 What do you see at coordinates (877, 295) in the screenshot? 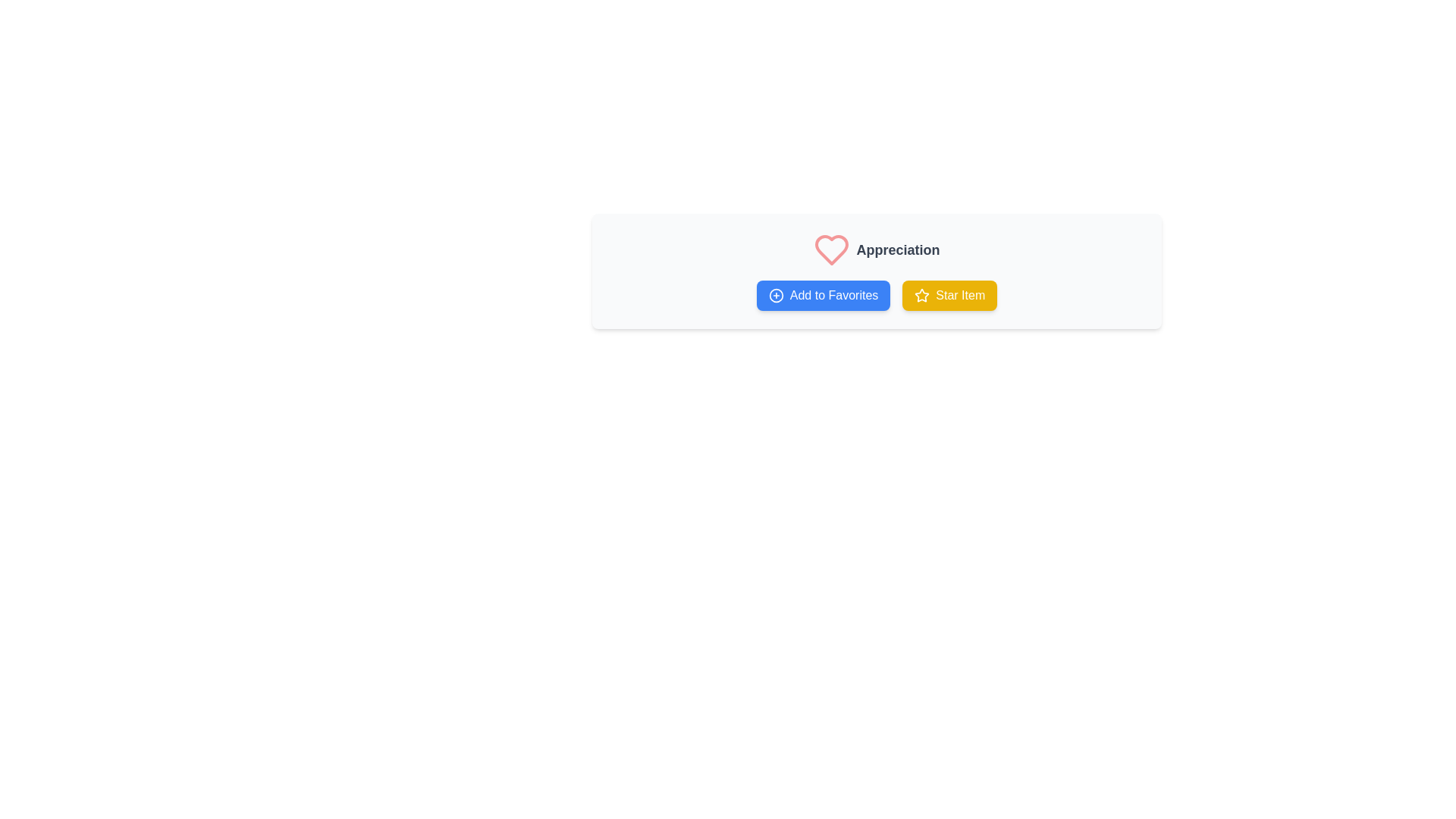
I see `the favorite button located to the left of the 'Star Item' button within the 'Appreciation' section` at bounding box center [877, 295].